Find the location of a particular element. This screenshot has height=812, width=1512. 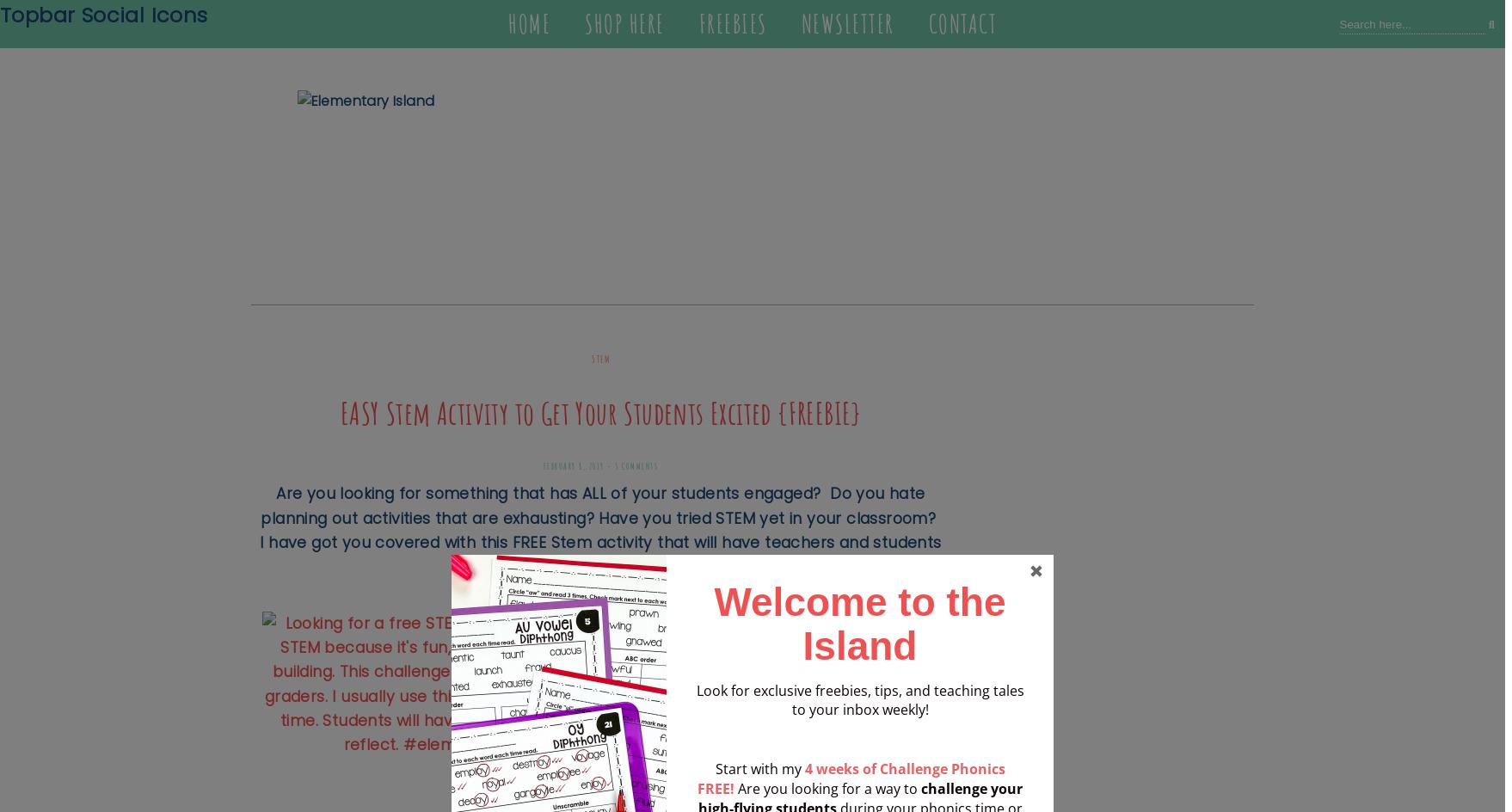

'Home' is located at coordinates (508, 23).